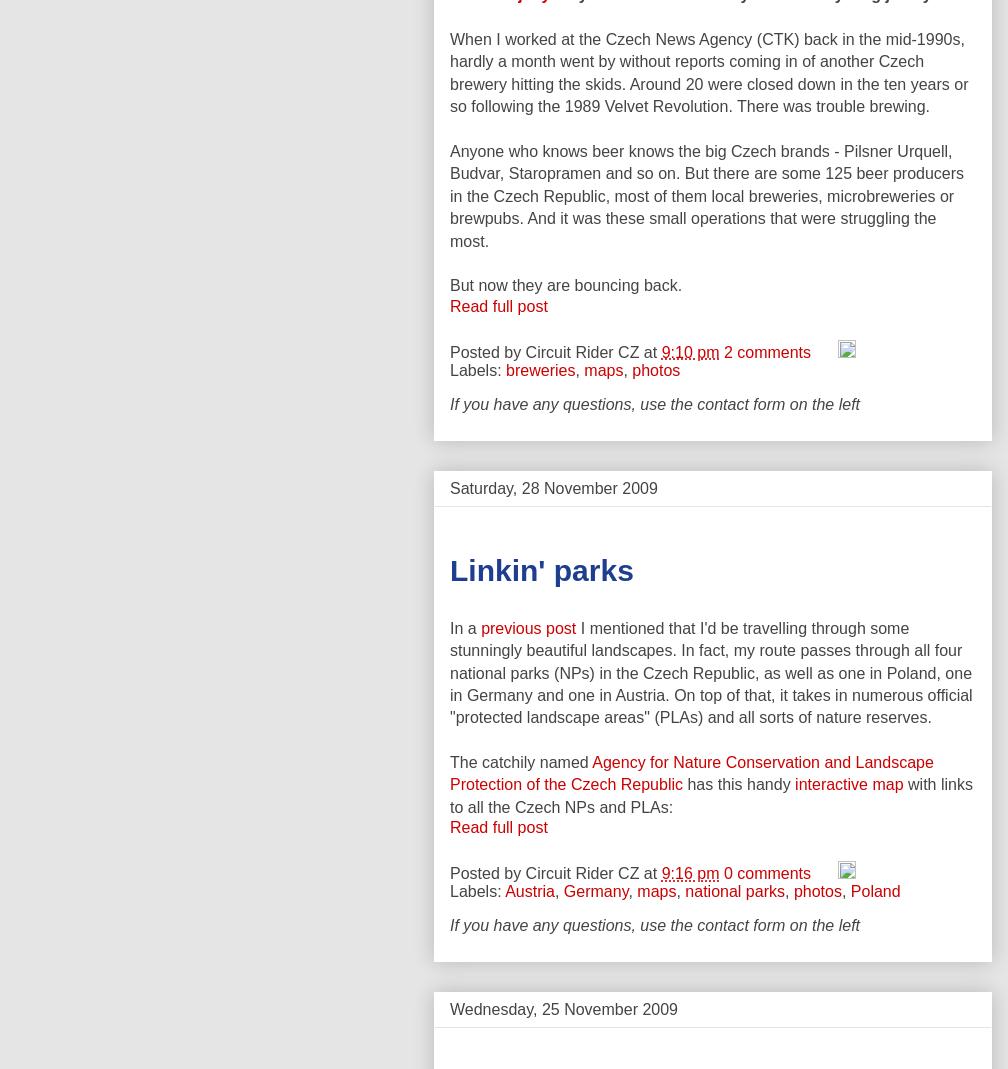 The height and width of the screenshot is (1069, 1008). What do you see at coordinates (540, 369) in the screenshot?
I see `'breweries'` at bounding box center [540, 369].